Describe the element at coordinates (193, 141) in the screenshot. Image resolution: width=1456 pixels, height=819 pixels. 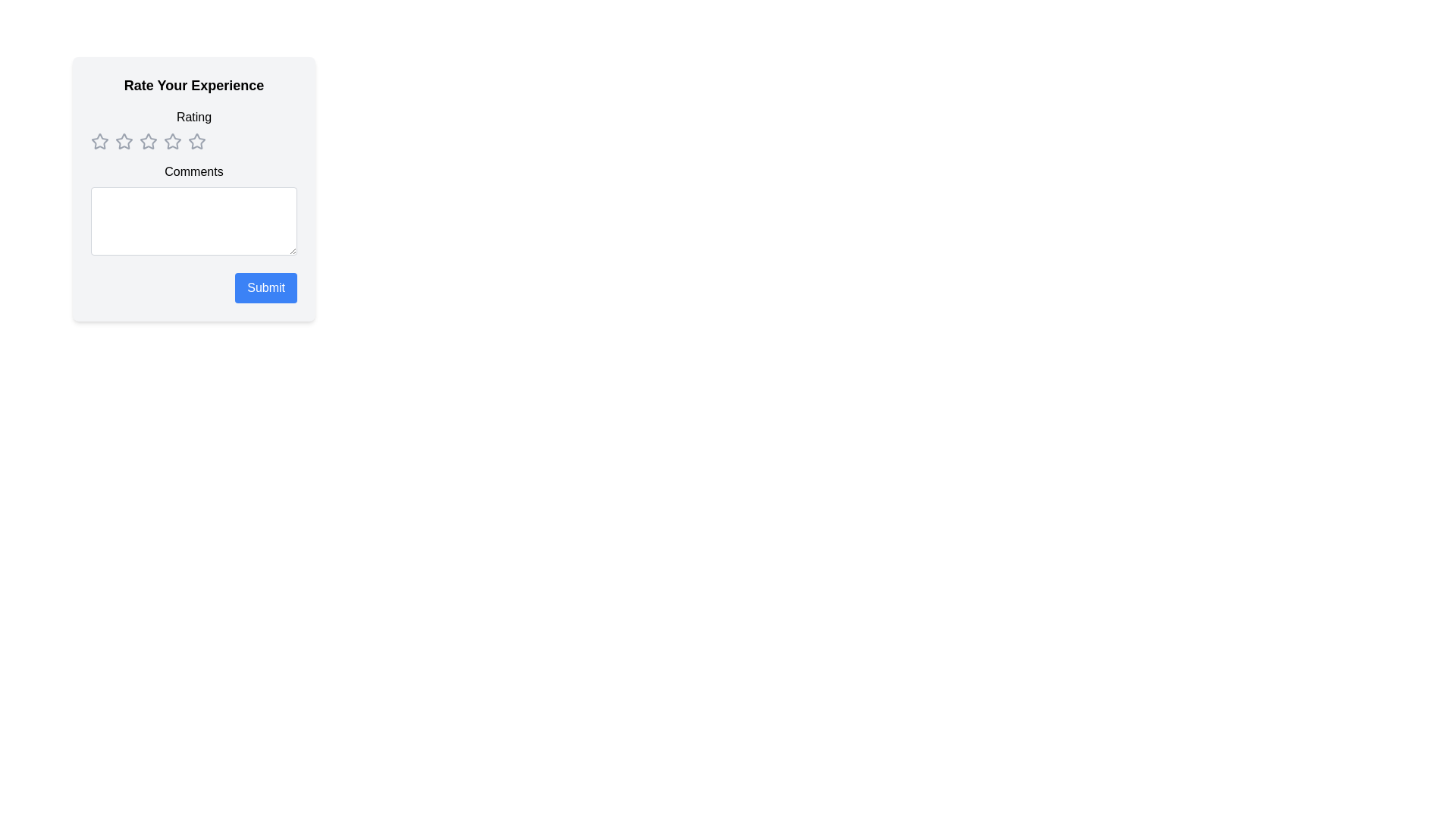
I see `the fourth clickable star icon in the horizontal row below the 'Rating' label` at that location.